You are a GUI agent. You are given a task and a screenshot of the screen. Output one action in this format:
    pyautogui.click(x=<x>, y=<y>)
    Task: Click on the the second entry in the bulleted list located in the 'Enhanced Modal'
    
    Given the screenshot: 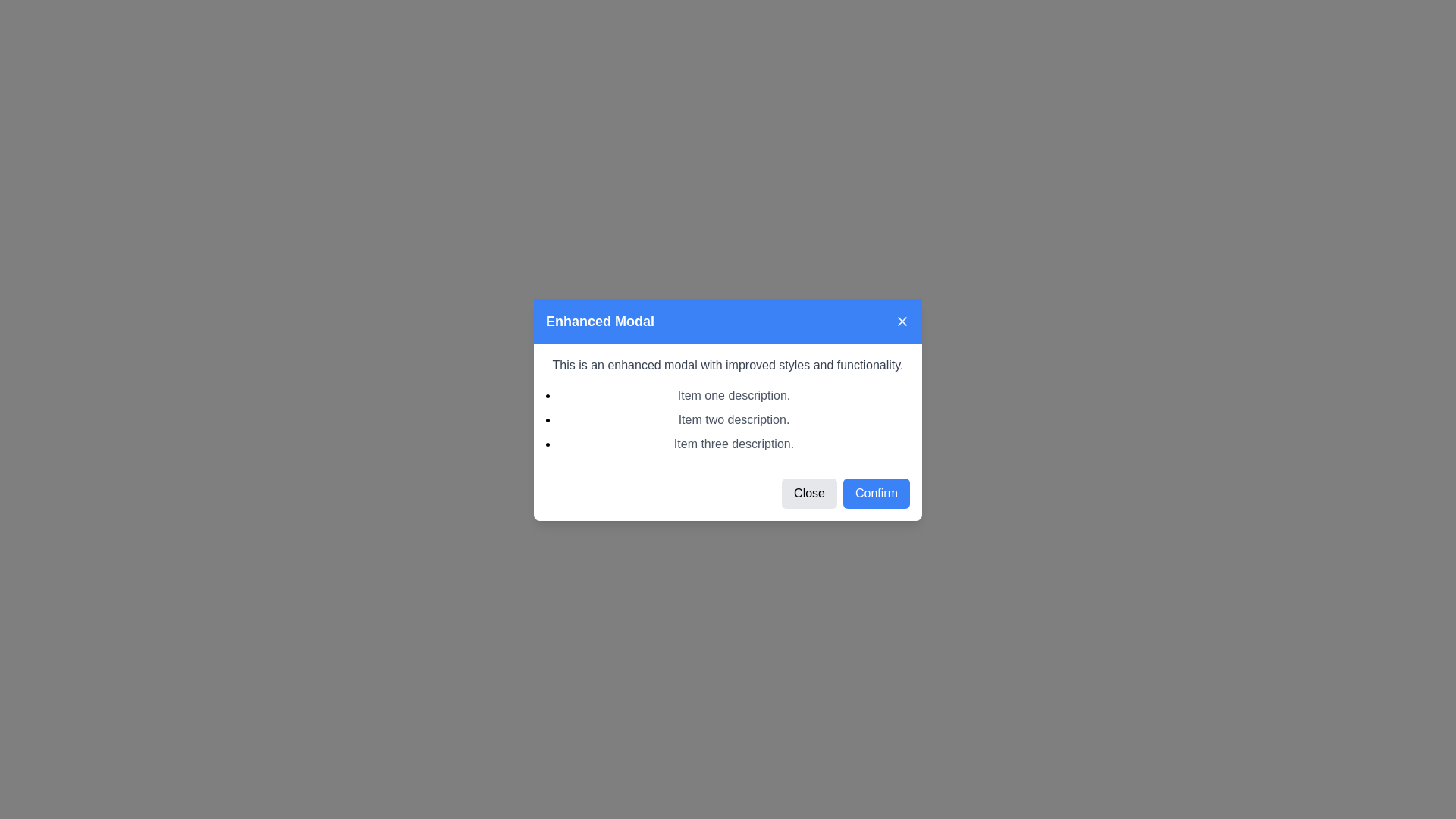 What is the action you would take?
    pyautogui.click(x=734, y=419)
    